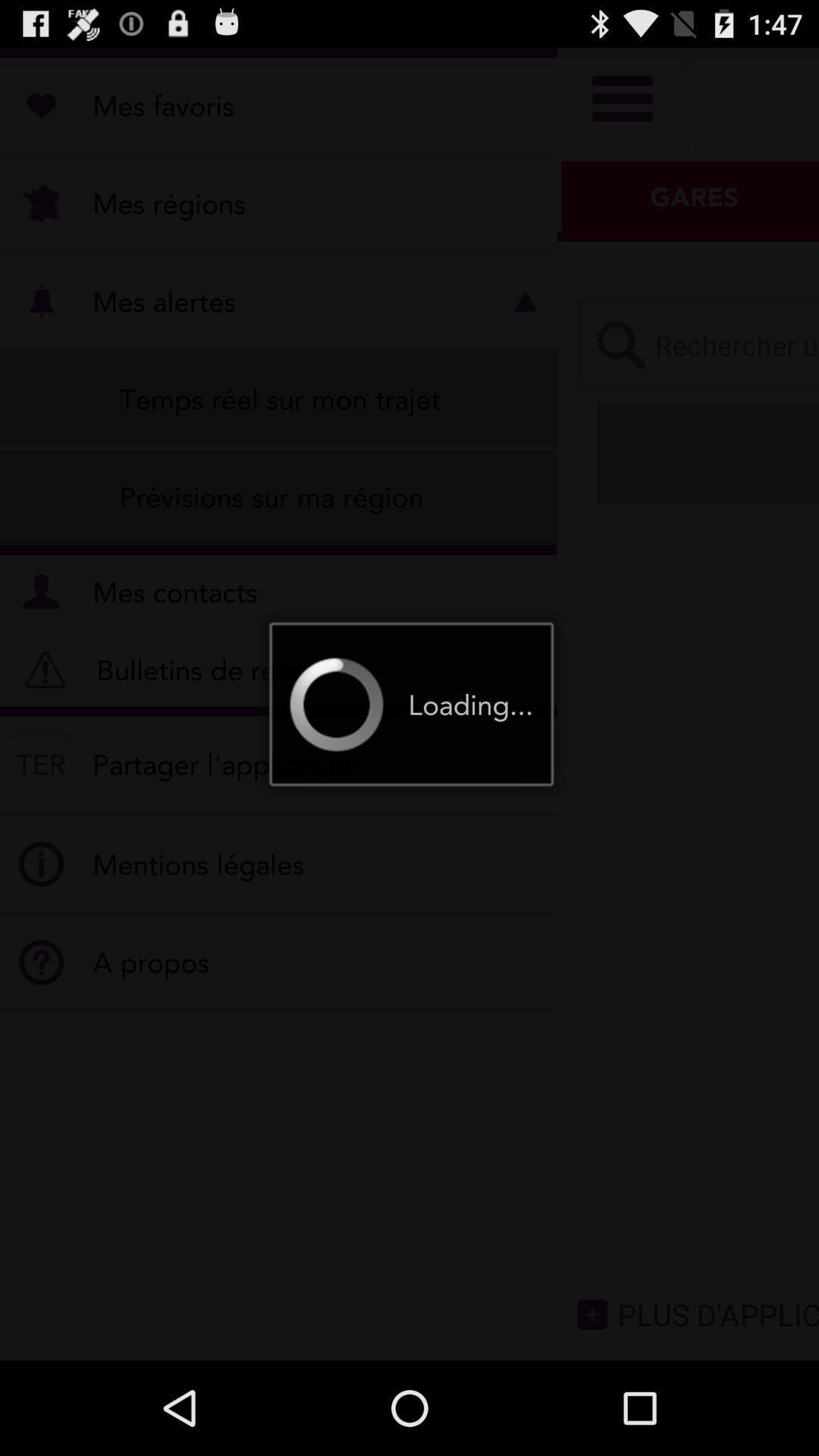  What do you see at coordinates (755, 369) in the screenshot?
I see `the star icon` at bounding box center [755, 369].